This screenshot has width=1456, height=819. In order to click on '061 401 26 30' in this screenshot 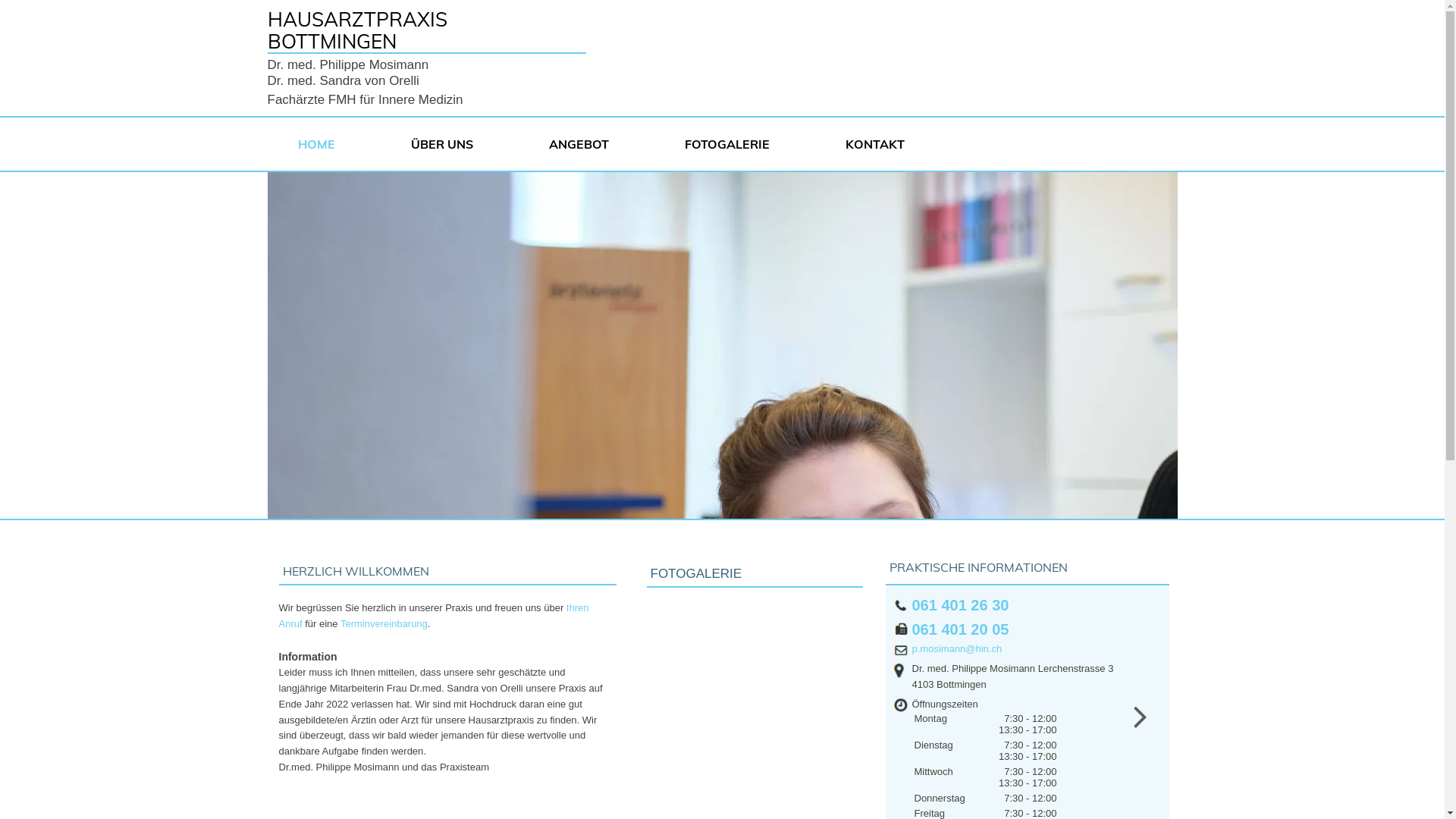, I will do `click(959, 604)`.